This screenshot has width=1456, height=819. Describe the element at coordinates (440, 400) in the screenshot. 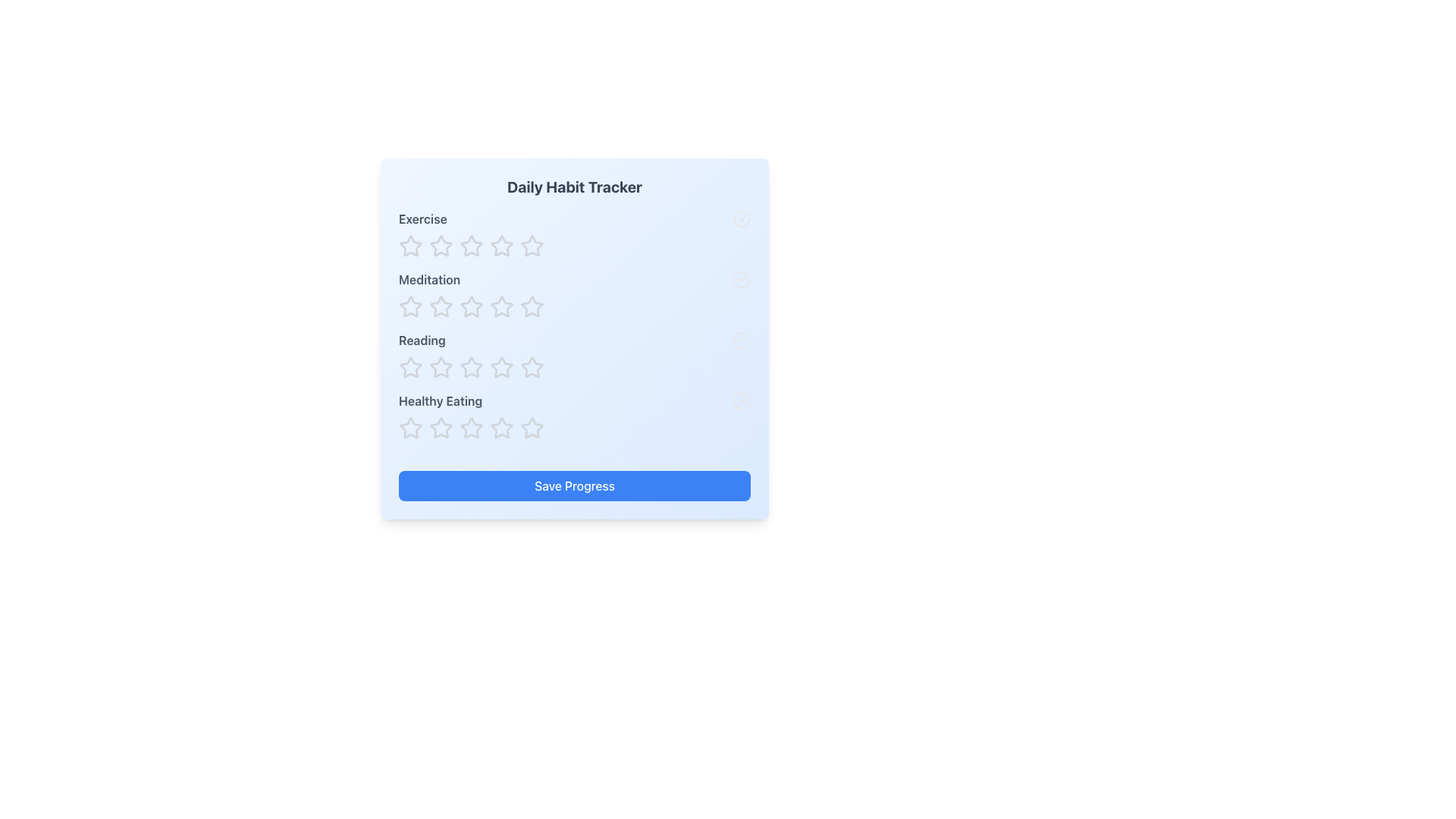

I see `the 'Healthy Eating' text label, which is styled with a bold font and gray color, positioned within a light blue background in the daily habit tracker` at that location.